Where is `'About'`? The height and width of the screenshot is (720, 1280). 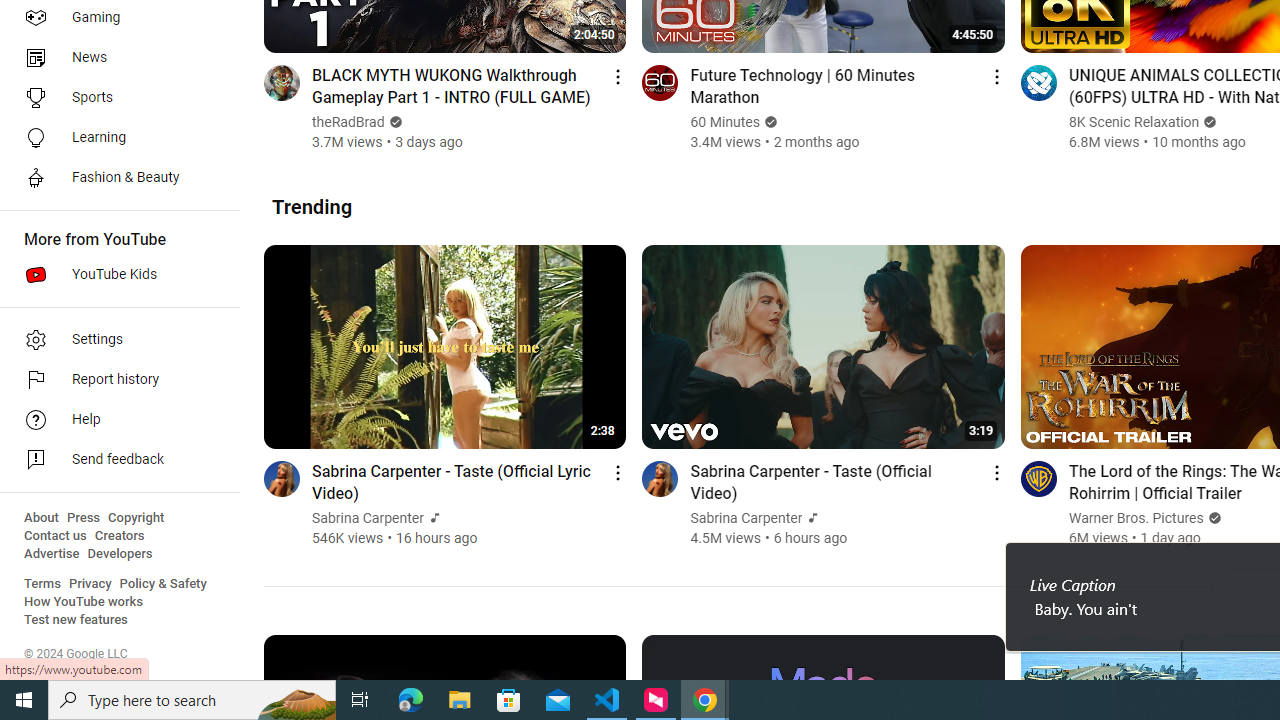 'About' is located at coordinates (41, 517).